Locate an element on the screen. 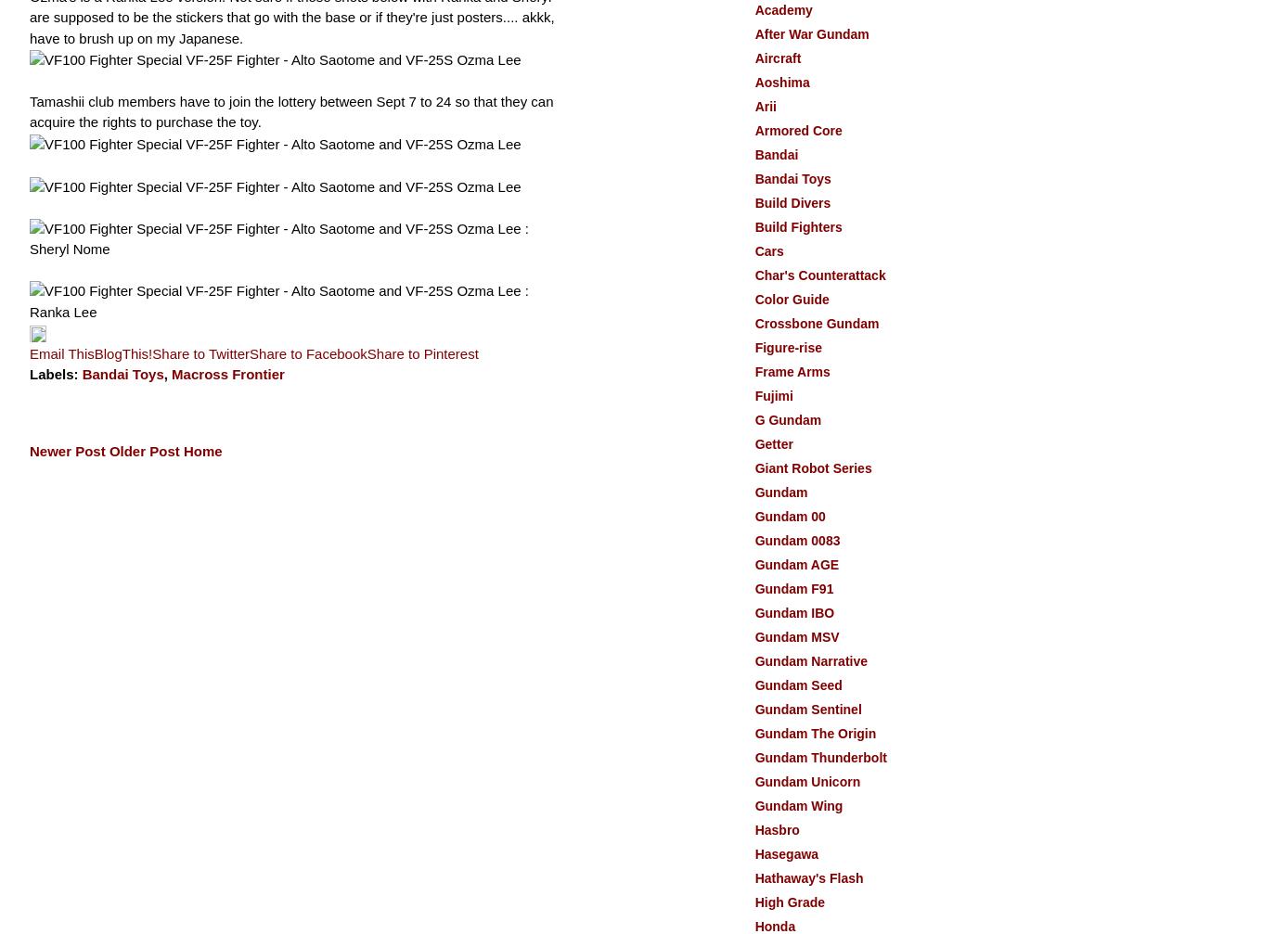  'Bandai' is located at coordinates (776, 154).